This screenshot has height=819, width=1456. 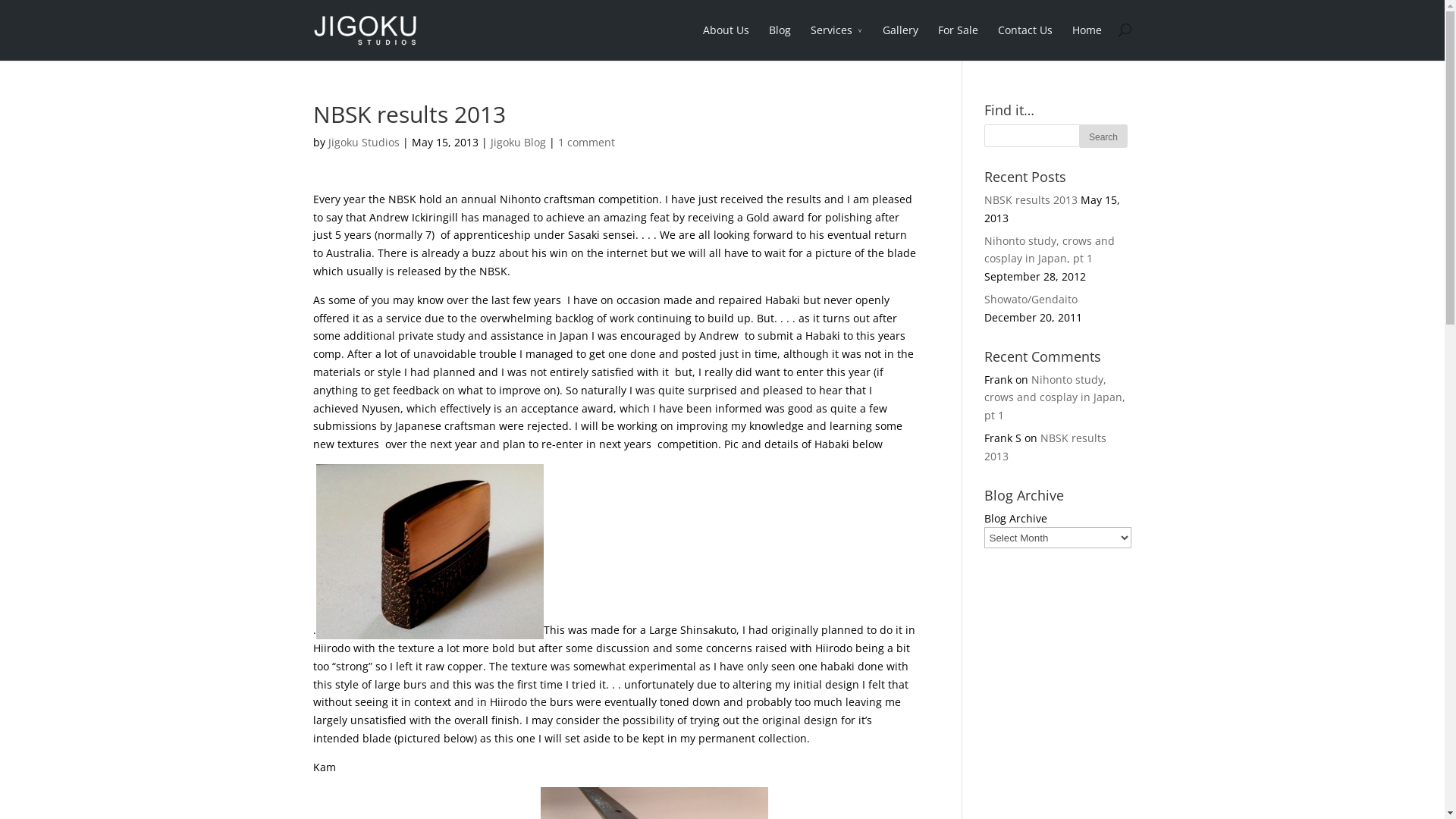 I want to click on 'Services', so click(x=809, y=40).